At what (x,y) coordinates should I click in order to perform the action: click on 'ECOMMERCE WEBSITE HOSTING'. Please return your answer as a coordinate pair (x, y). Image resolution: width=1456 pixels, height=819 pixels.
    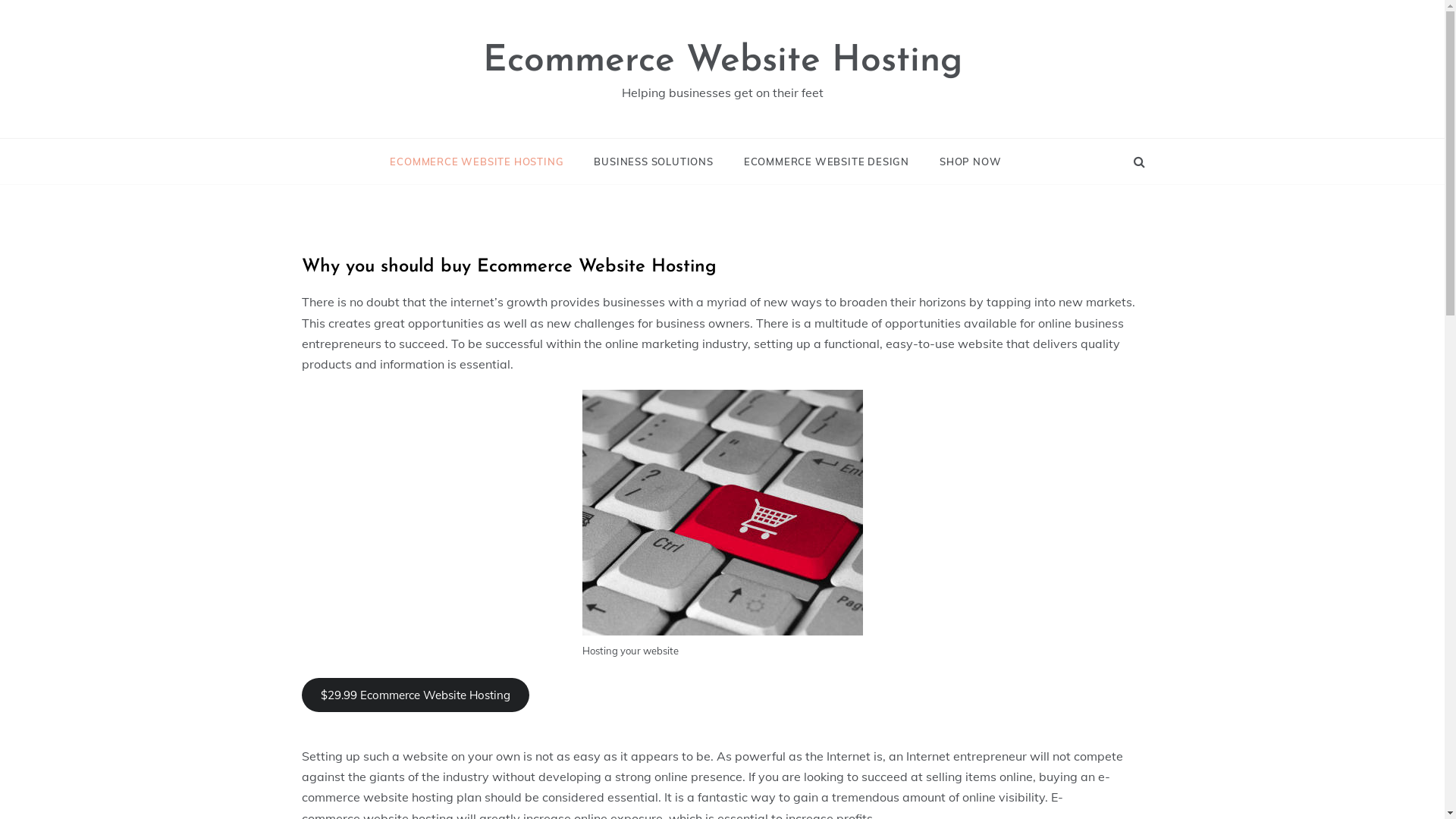
    Looking at the image, I should click on (389, 161).